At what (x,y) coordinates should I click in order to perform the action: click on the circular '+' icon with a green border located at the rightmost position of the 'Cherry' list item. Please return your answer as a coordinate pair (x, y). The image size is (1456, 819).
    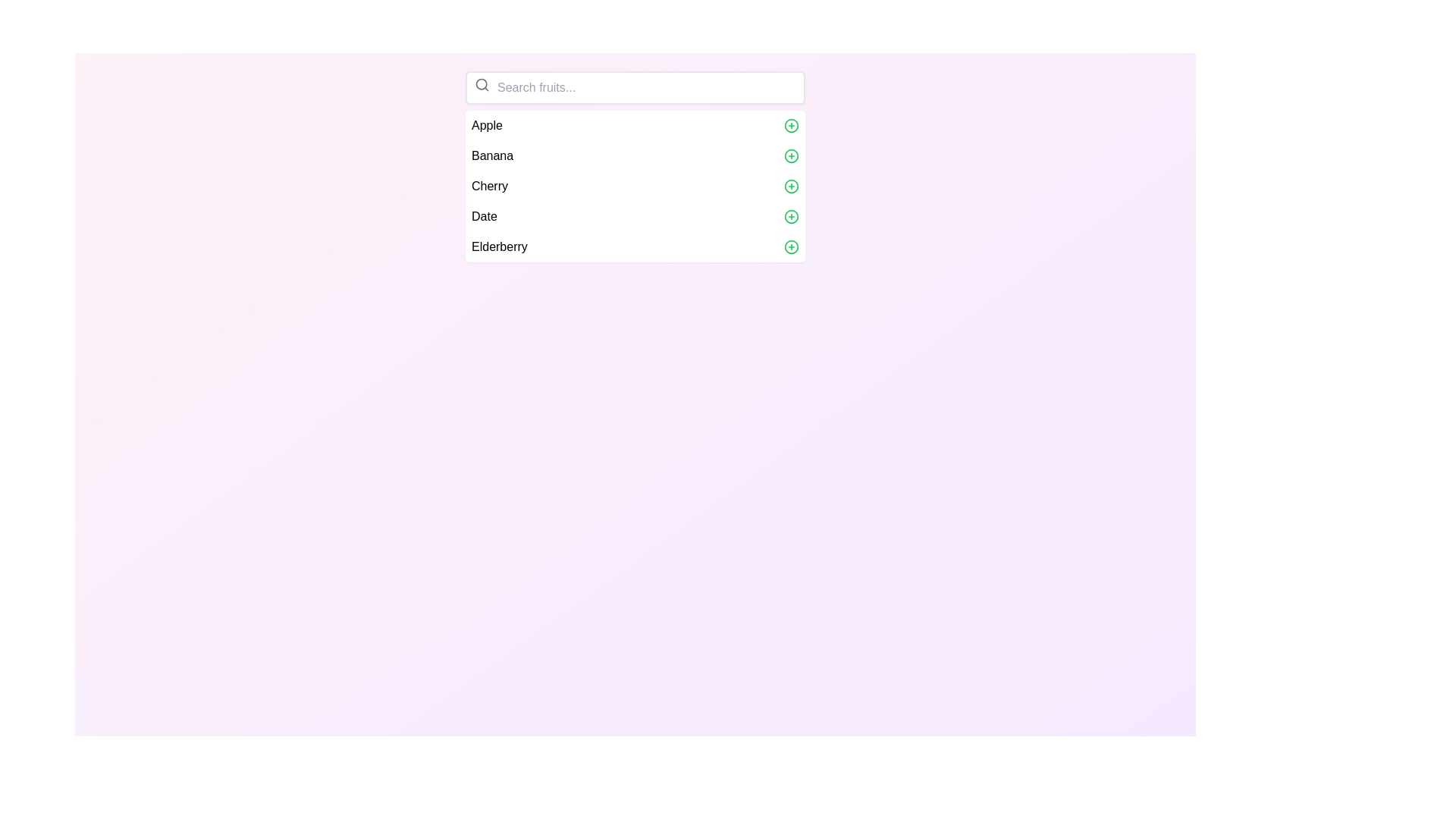
    Looking at the image, I should click on (790, 186).